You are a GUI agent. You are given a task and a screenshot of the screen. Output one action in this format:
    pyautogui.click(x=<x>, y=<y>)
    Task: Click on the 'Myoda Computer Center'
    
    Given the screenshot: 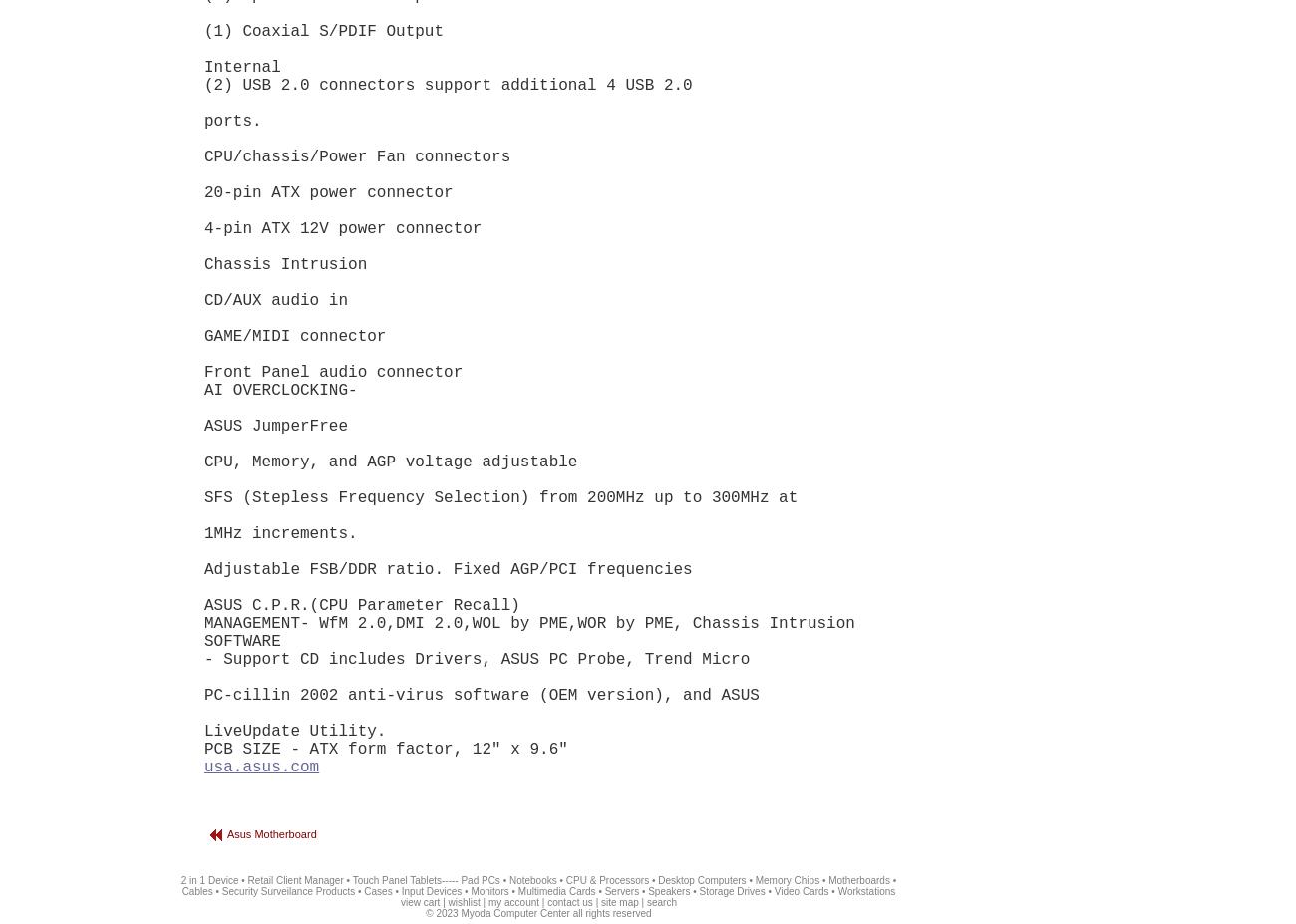 What is the action you would take?
    pyautogui.click(x=514, y=913)
    